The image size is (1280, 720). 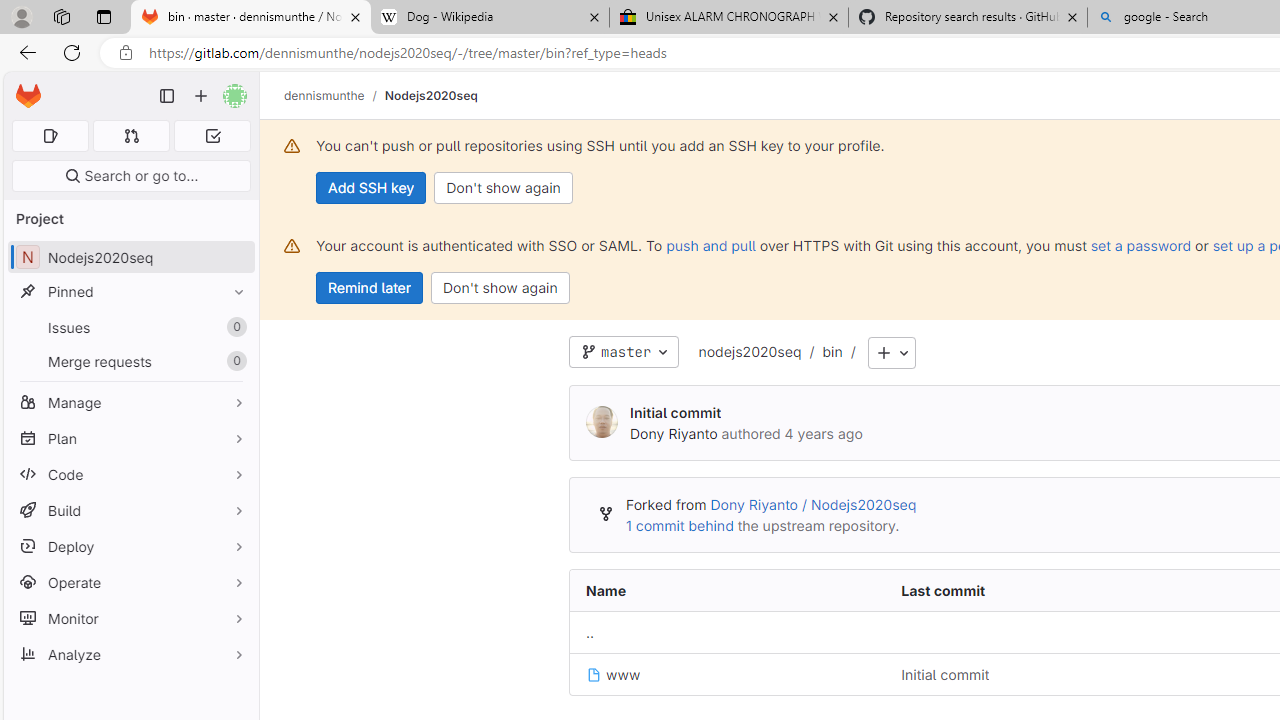 What do you see at coordinates (324, 95) in the screenshot?
I see `'dennismunthe'` at bounding box center [324, 95].